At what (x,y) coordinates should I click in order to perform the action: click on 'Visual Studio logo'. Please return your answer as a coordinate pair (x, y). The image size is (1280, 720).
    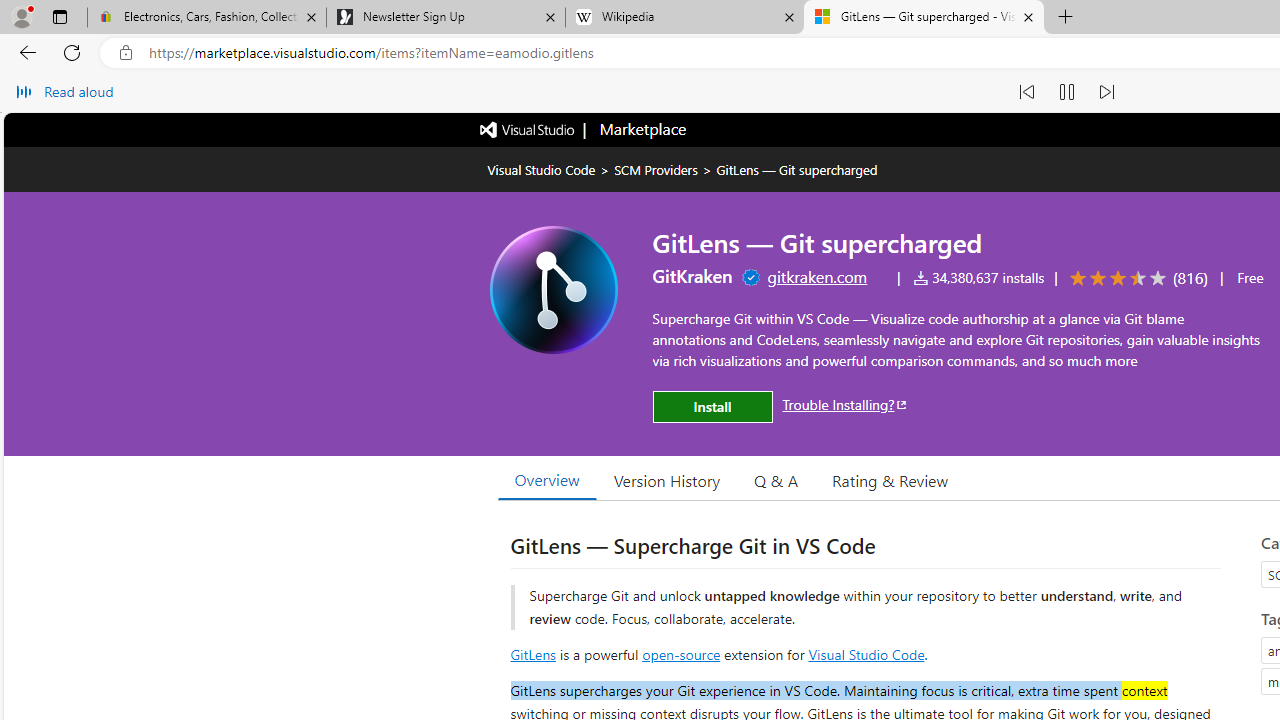
    Looking at the image, I should click on (528, 128).